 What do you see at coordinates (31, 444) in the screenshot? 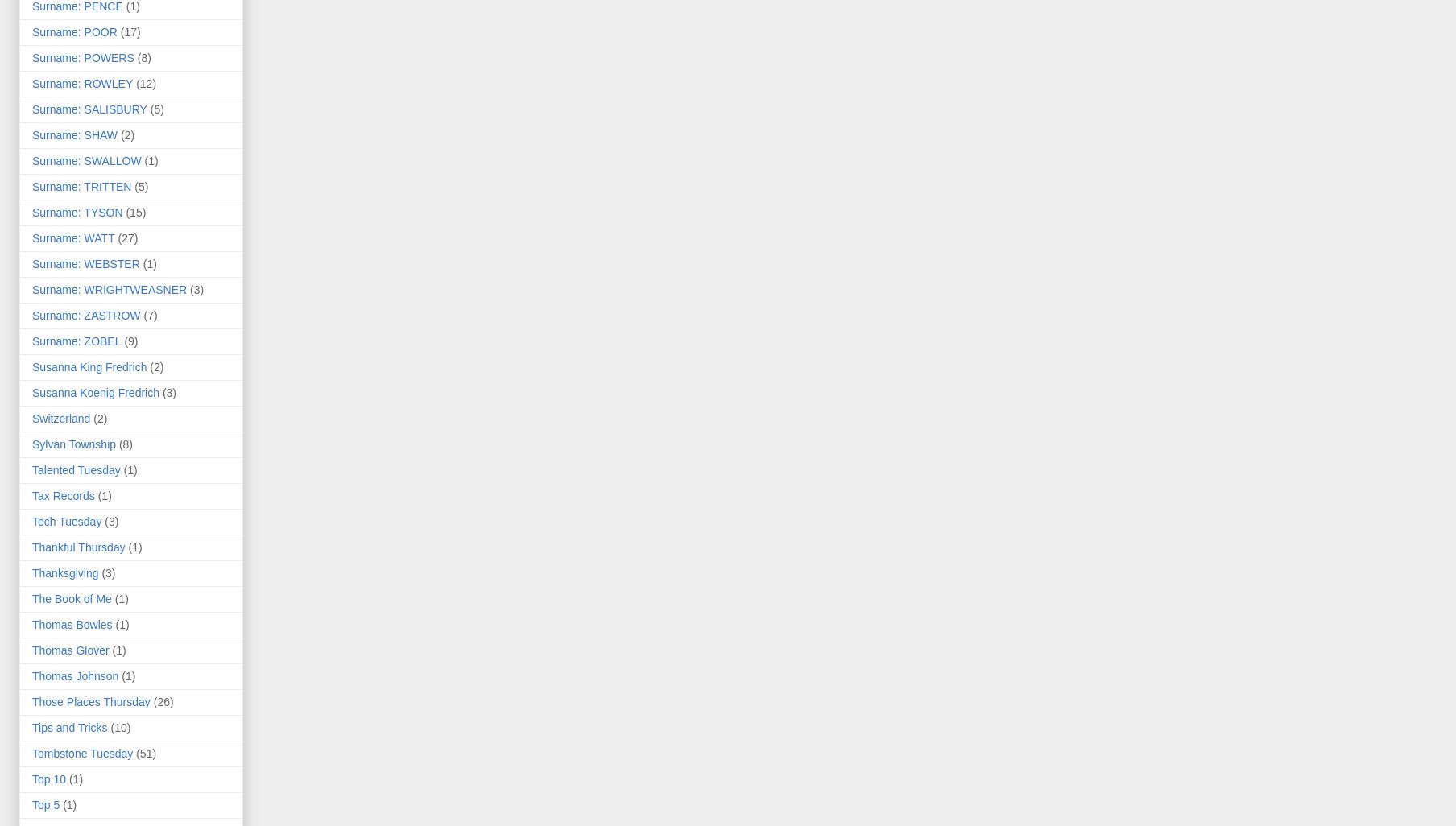
I see `'Sylvan Township'` at bounding box center [31, 444].